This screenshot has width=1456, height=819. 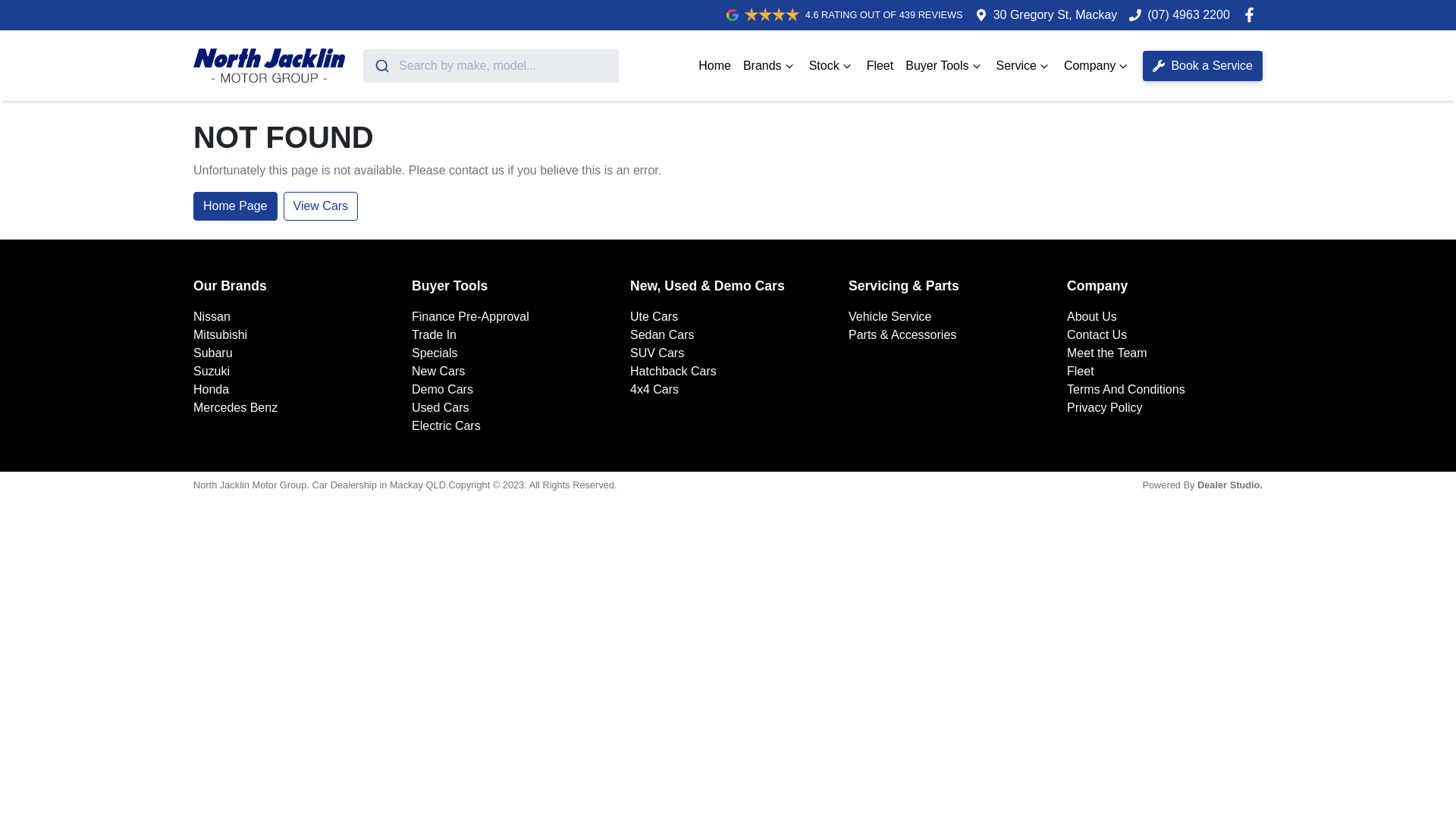 I want to click on 'Stock', so click(x=831, y=64).